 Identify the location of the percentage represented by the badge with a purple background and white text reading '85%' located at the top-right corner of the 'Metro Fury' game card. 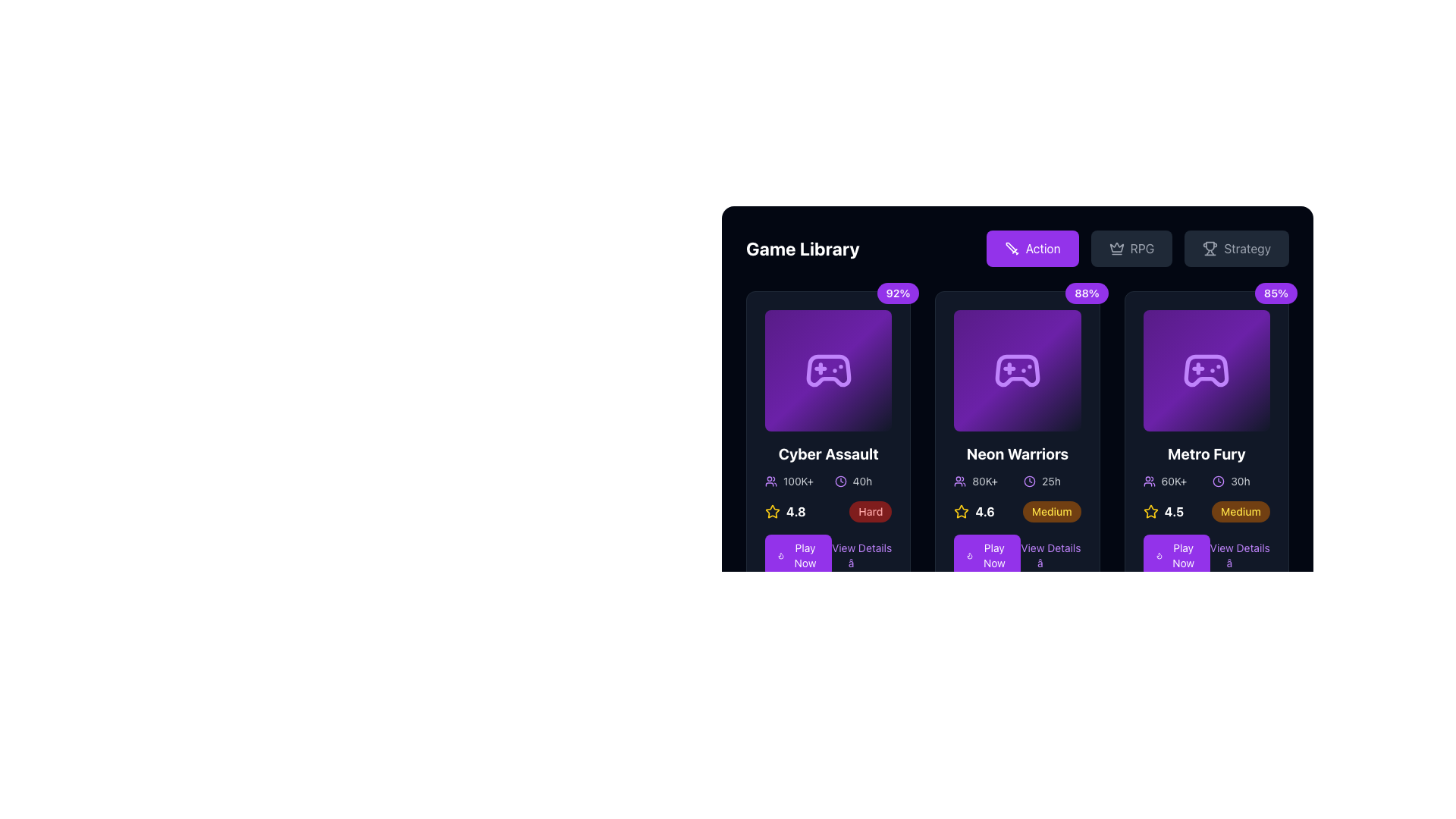
(1275, 293).